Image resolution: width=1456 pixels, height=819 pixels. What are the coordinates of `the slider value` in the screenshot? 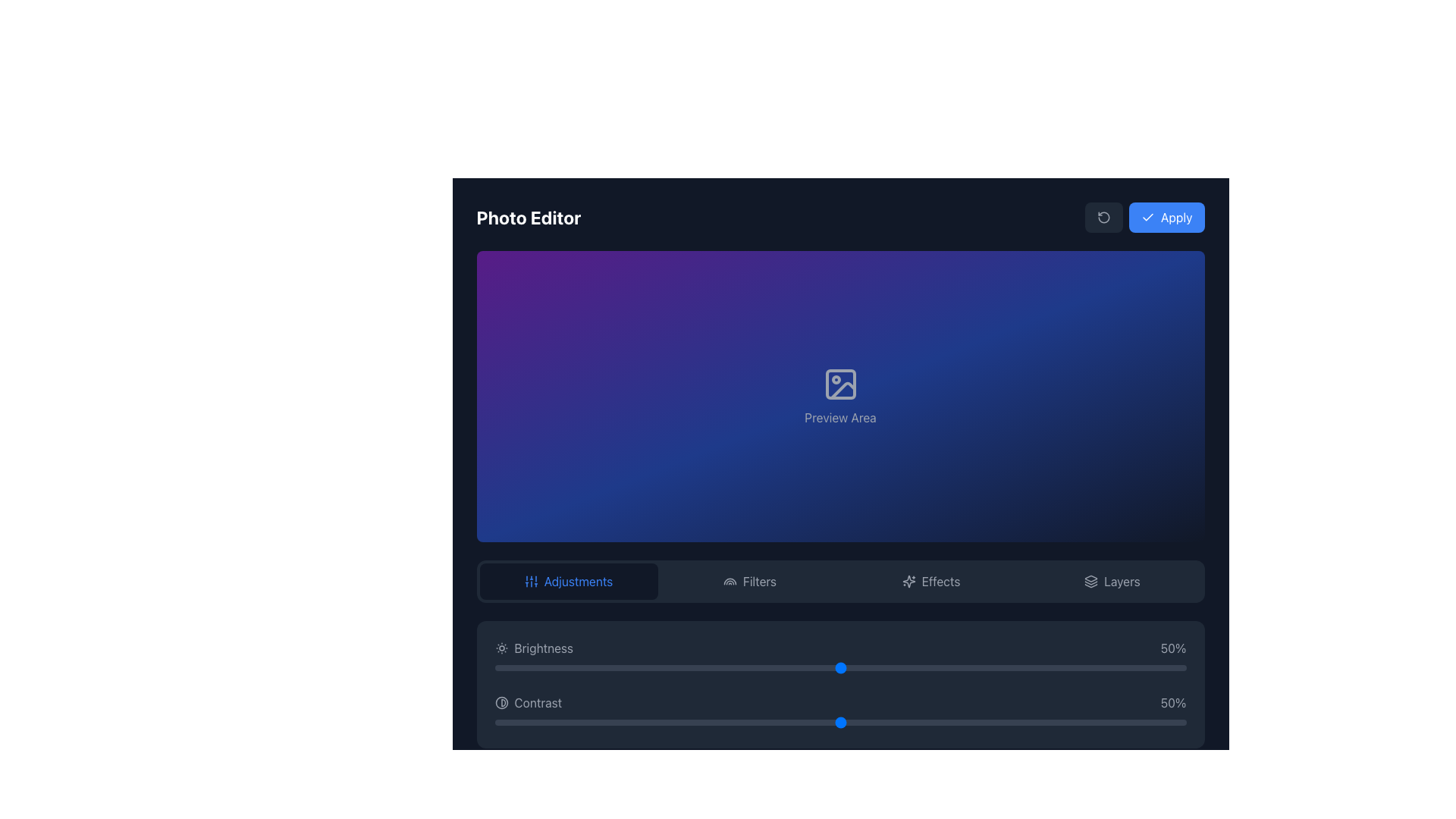 It's located at (1068, 667).